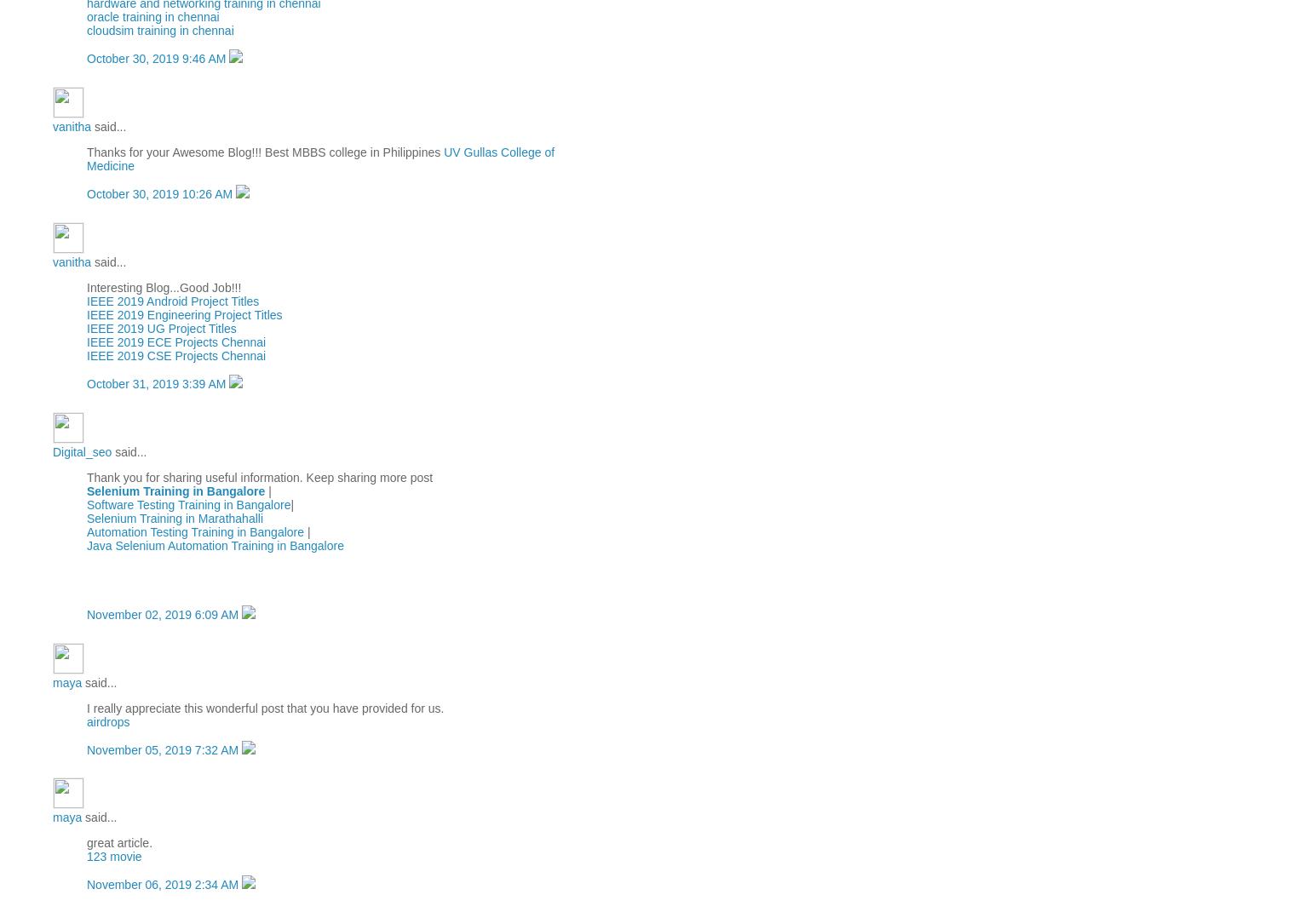  I want to click on 'October 30, 2019 9:46 AM', so click(158, 57).